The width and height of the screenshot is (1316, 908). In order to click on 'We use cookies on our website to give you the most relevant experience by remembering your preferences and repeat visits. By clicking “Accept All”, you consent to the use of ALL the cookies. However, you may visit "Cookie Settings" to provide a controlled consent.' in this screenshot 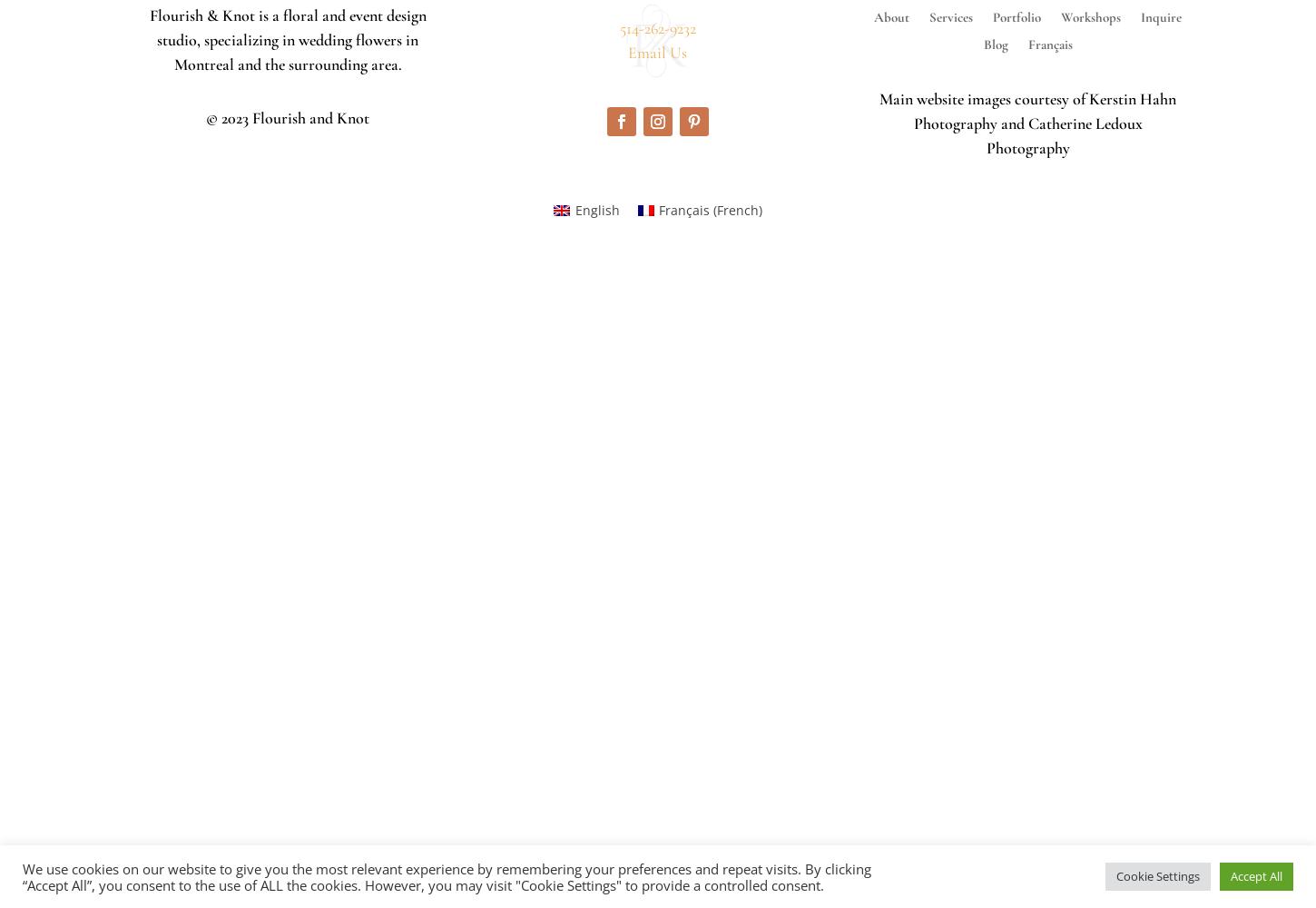, I will do `click(447, 875)`.